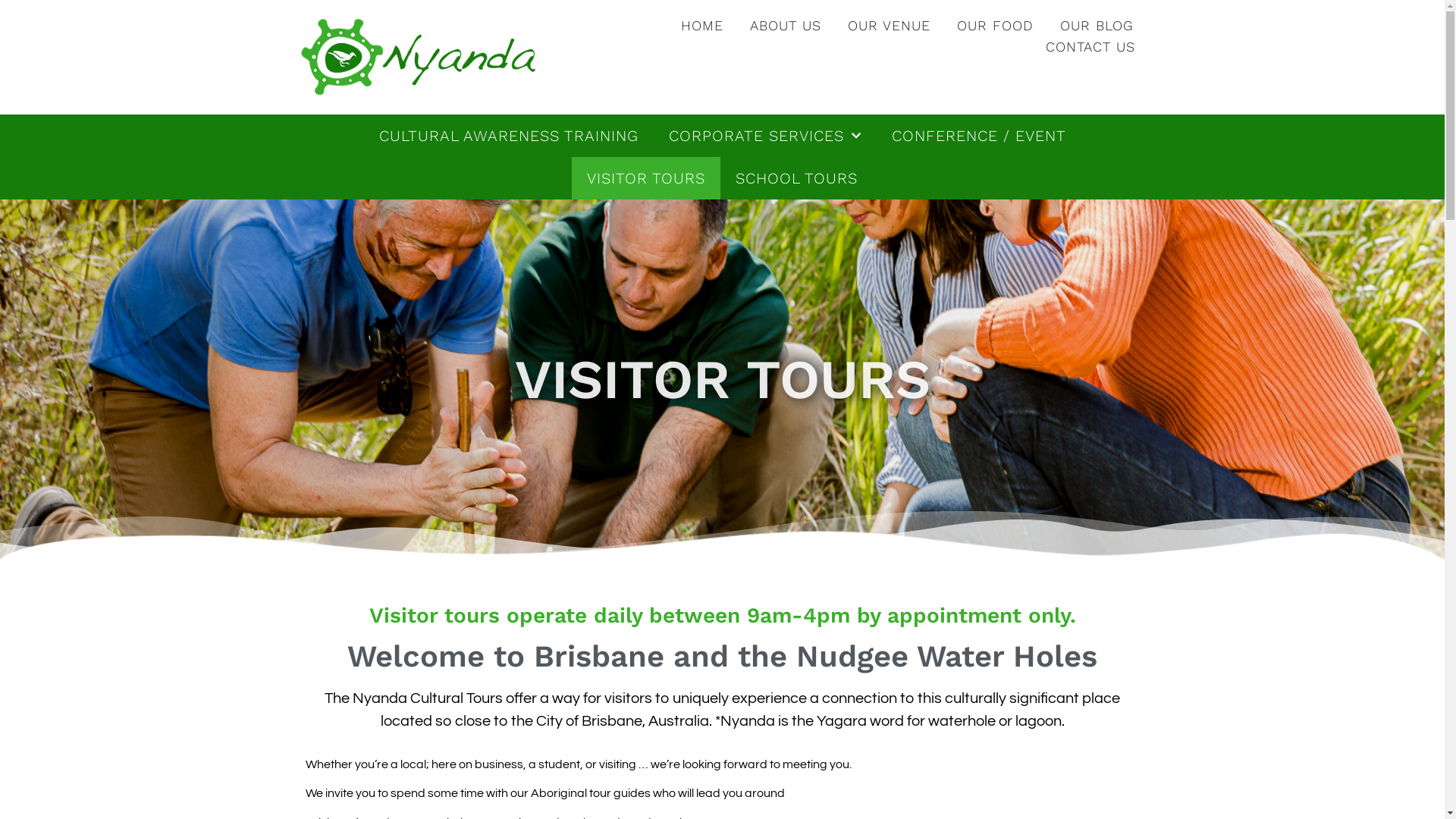 This screenshot has height=819, width=1456. Describe the element at coordinates (1047, 26) in the screenshot. I see `'OUR BLOG'` at that location.